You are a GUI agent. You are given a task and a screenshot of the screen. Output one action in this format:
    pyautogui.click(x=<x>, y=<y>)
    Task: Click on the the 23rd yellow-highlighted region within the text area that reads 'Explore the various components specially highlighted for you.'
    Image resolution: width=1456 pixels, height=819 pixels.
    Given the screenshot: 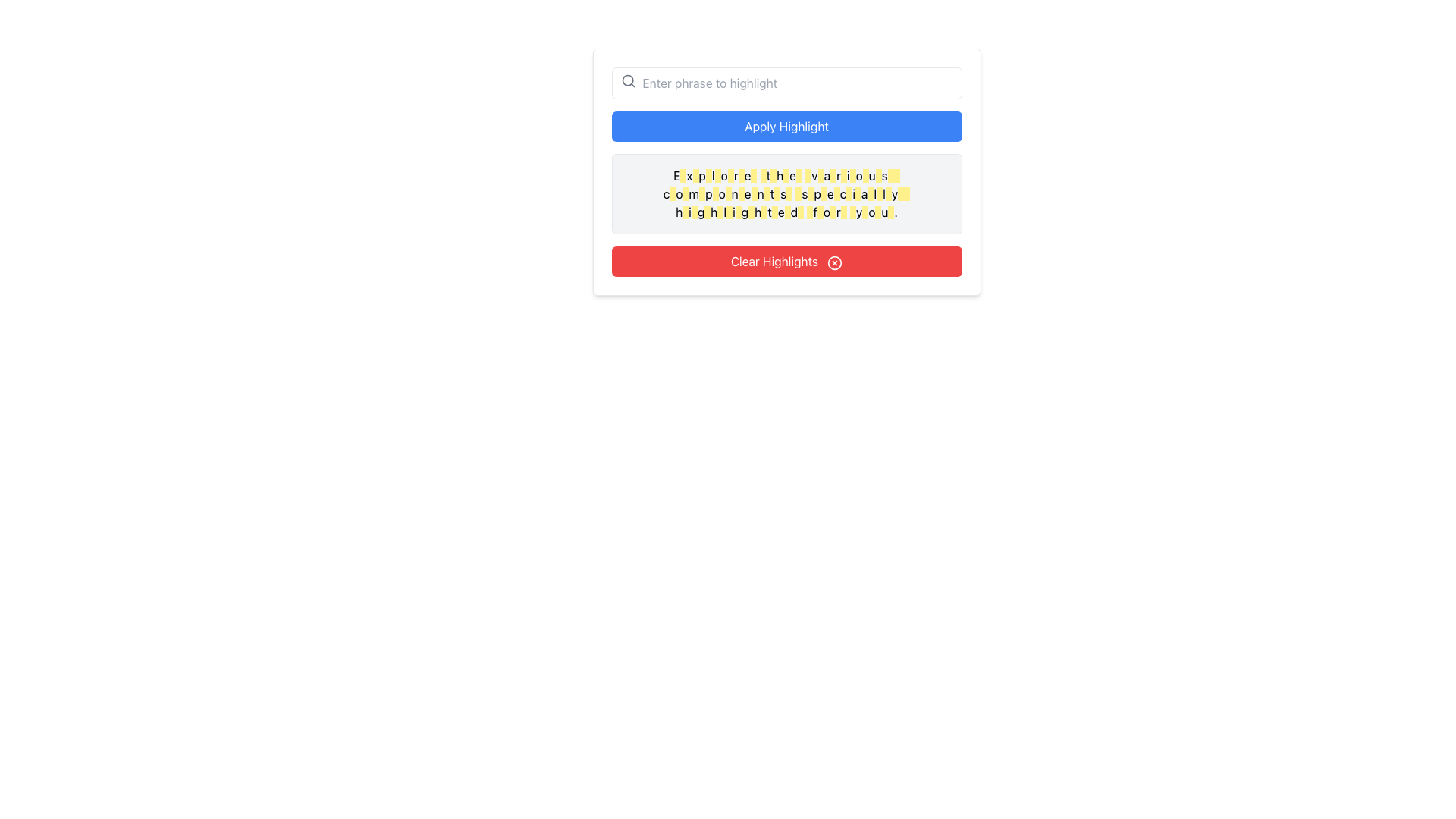 What is the action you would take?
    pyautogui.click(x=701, y=193)
    